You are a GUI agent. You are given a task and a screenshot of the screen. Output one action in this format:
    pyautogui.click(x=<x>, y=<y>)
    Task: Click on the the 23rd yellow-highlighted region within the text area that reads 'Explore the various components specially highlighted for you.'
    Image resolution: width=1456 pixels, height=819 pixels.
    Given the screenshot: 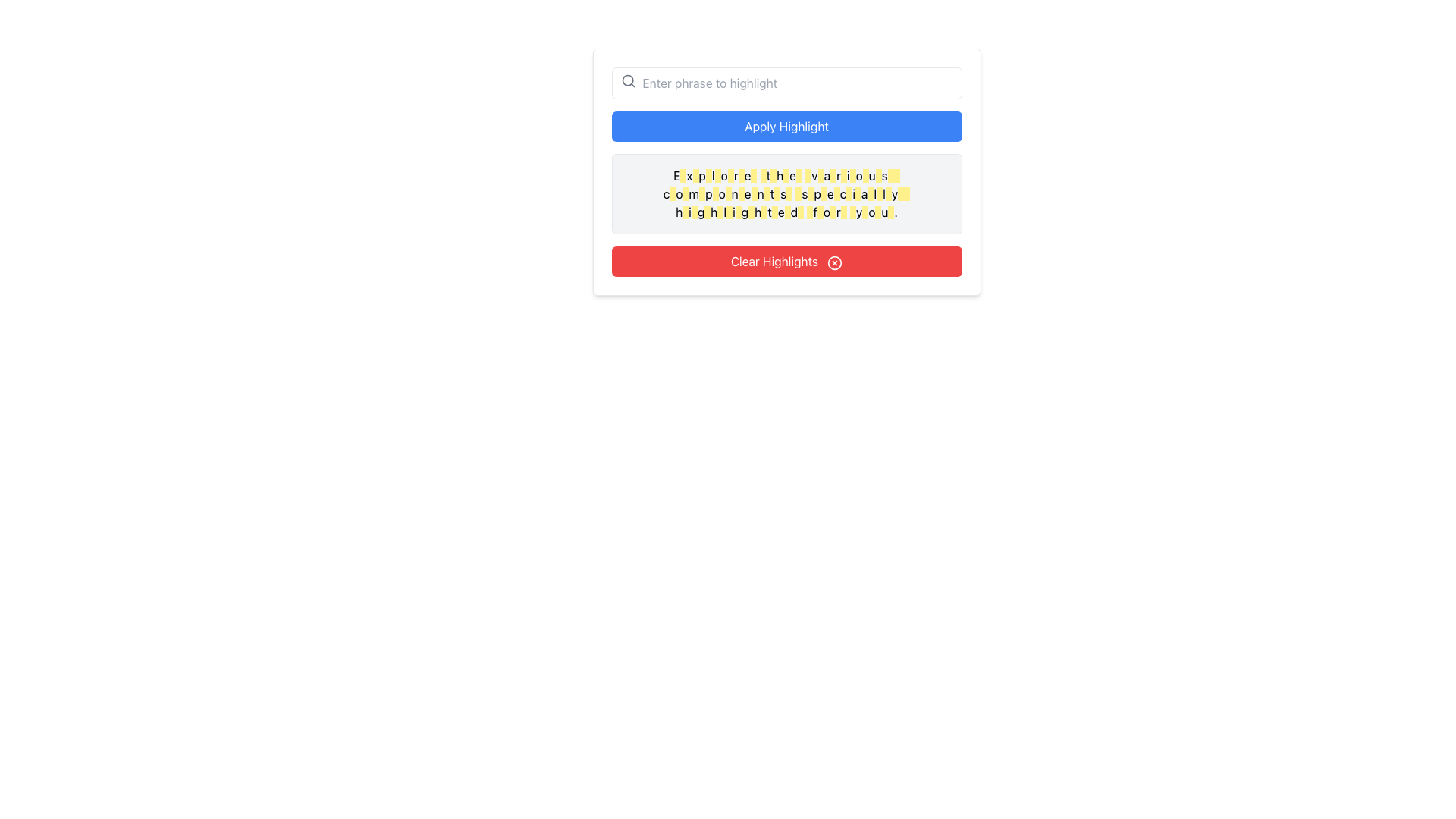 What is the action you would take?
    pyautogui.click(x=701, y=193)
    